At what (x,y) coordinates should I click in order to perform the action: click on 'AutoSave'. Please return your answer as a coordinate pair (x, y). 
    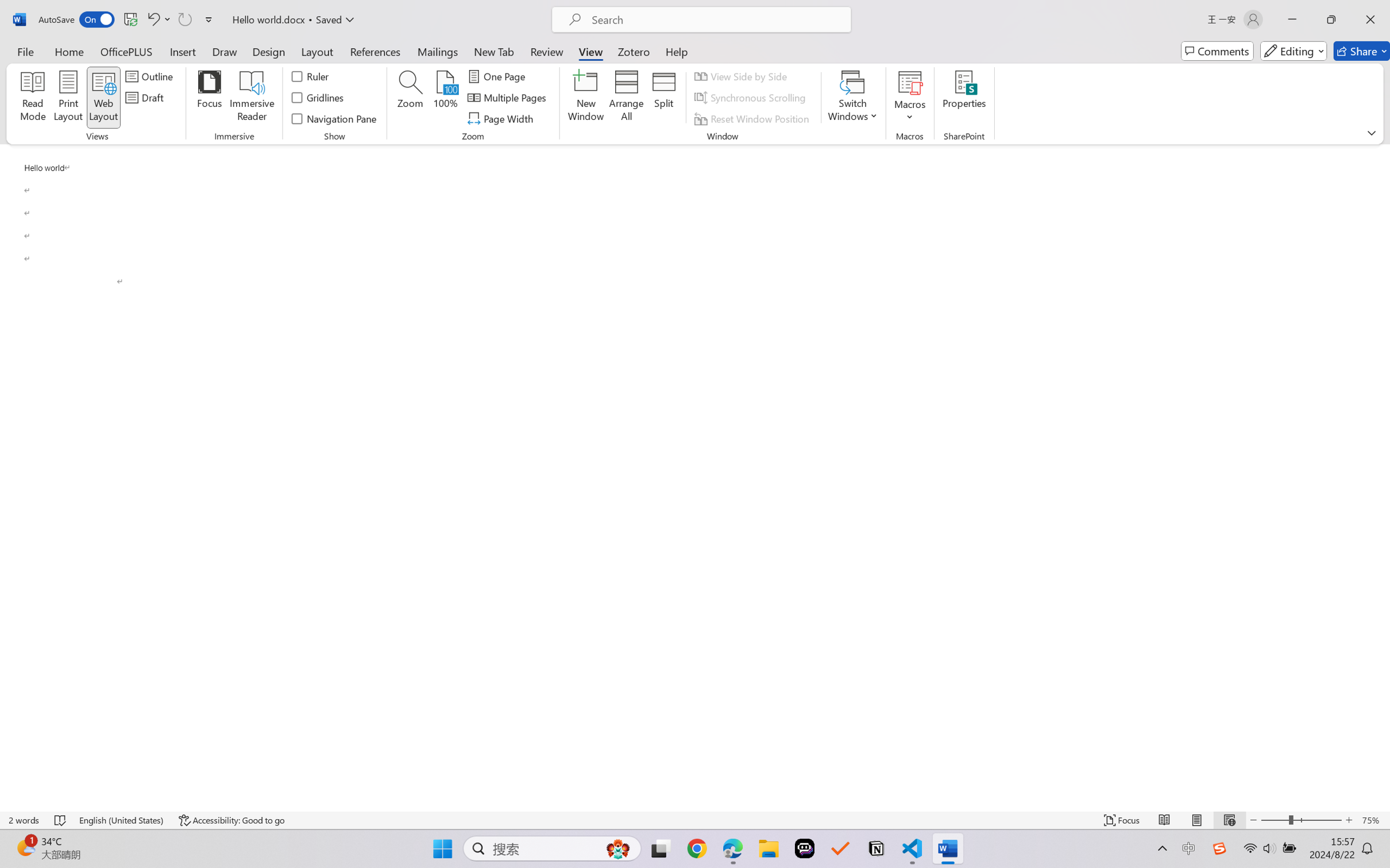
    Looking at the image, I should click on (76, 19).